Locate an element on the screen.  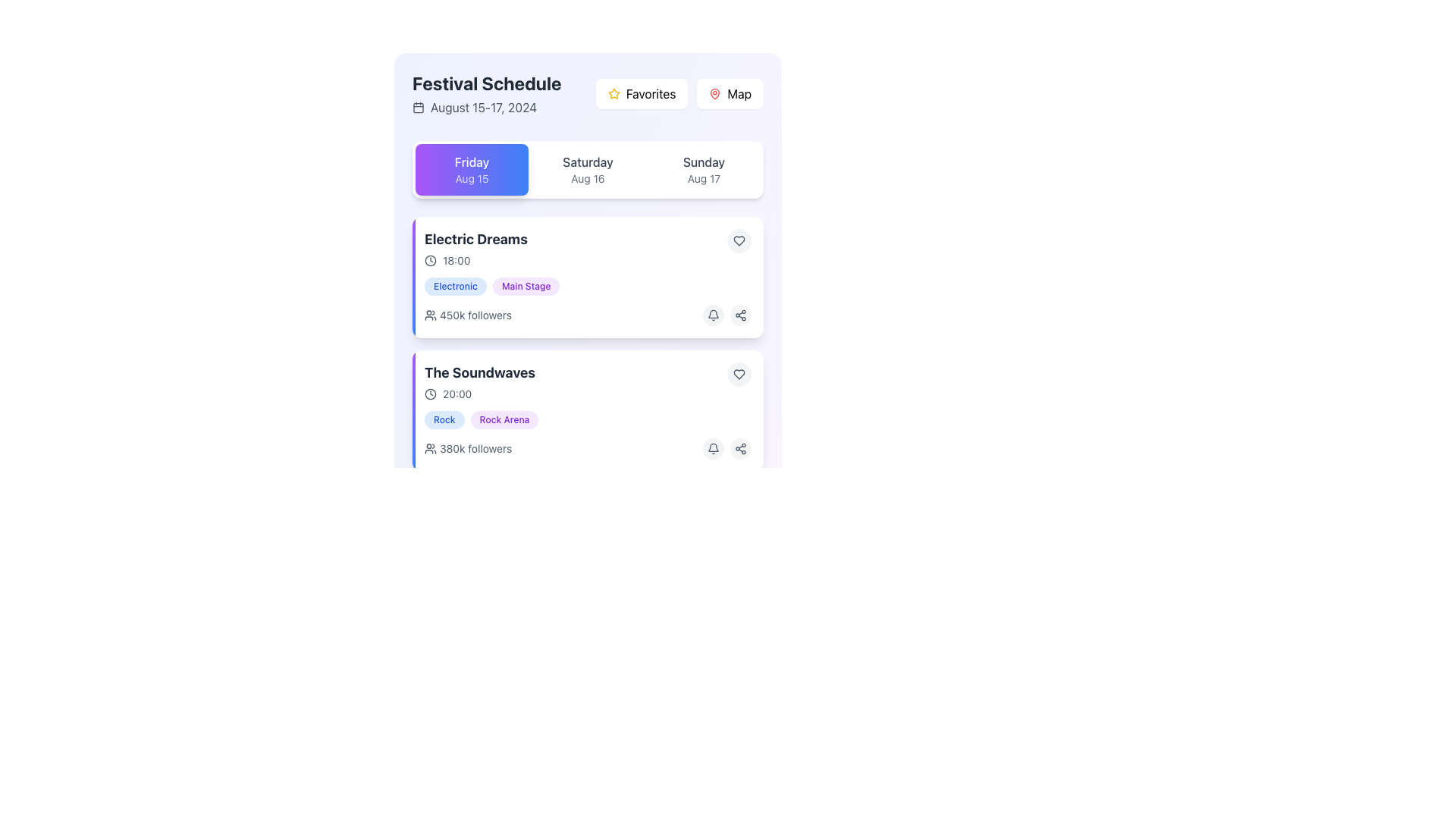
the star icon in the header section of the interface, which is part of the 'Favorites' button, to mark an entity as a favorite is located at coordinates (614, 93).